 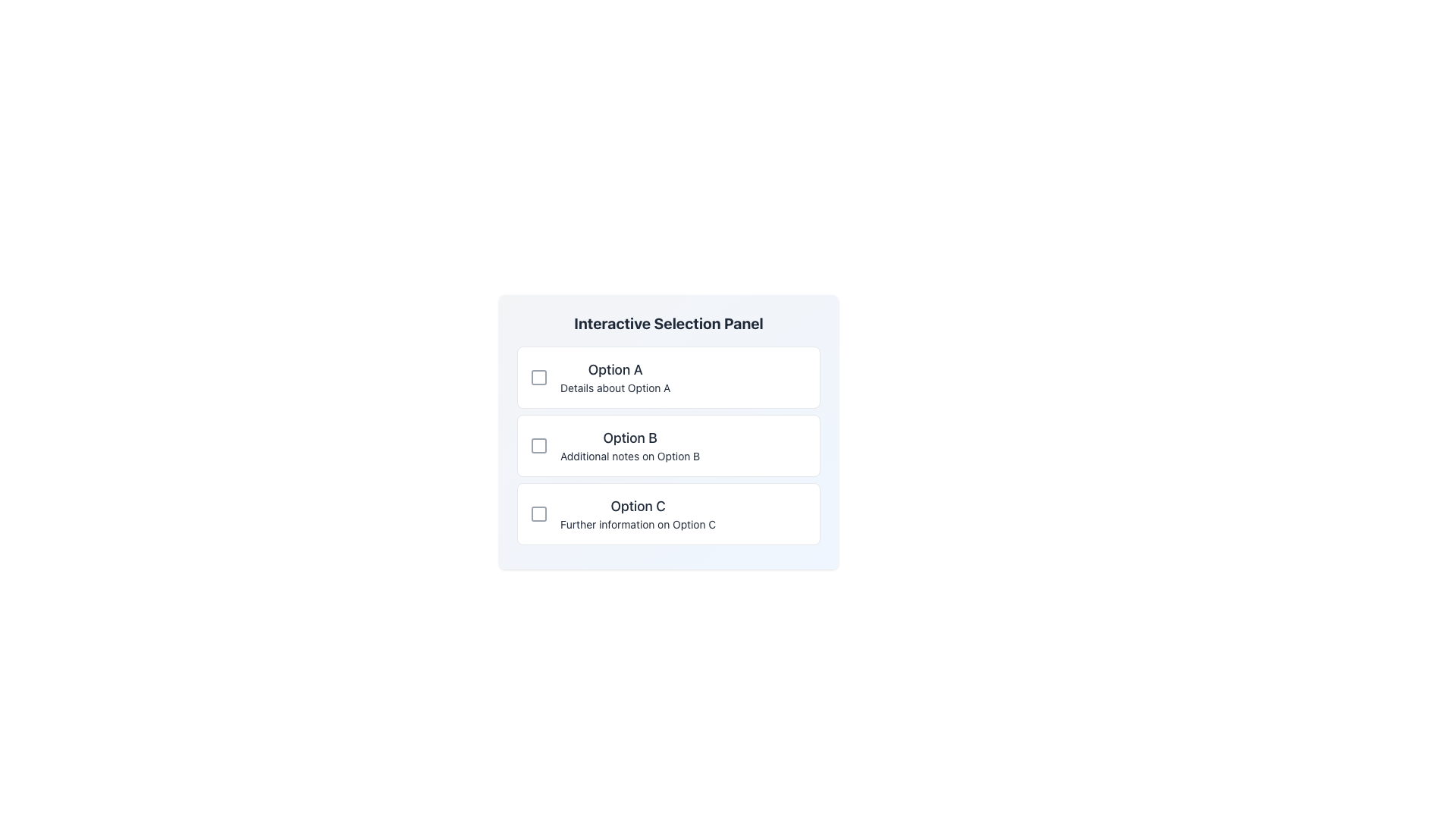 What do you see at coordinates (668, 444) in the screenshot?
I see `the Option card with associated text and checkbox located in the centered selection panel, which is the second option in a vertical stack` at bounding box center [668, 444].